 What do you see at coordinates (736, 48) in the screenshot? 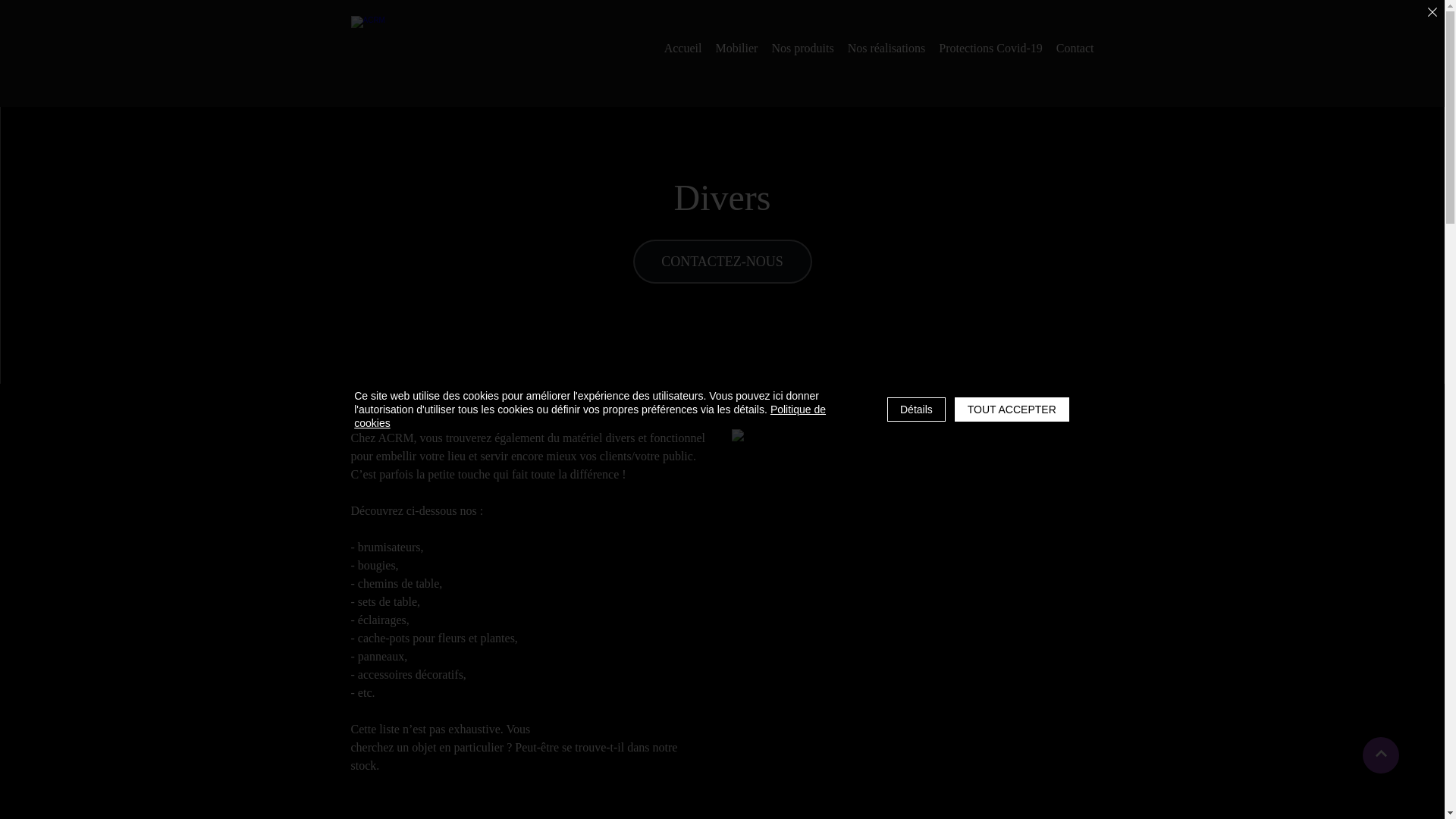
I see `'Mobilier'` at bounding box center [736, 48].